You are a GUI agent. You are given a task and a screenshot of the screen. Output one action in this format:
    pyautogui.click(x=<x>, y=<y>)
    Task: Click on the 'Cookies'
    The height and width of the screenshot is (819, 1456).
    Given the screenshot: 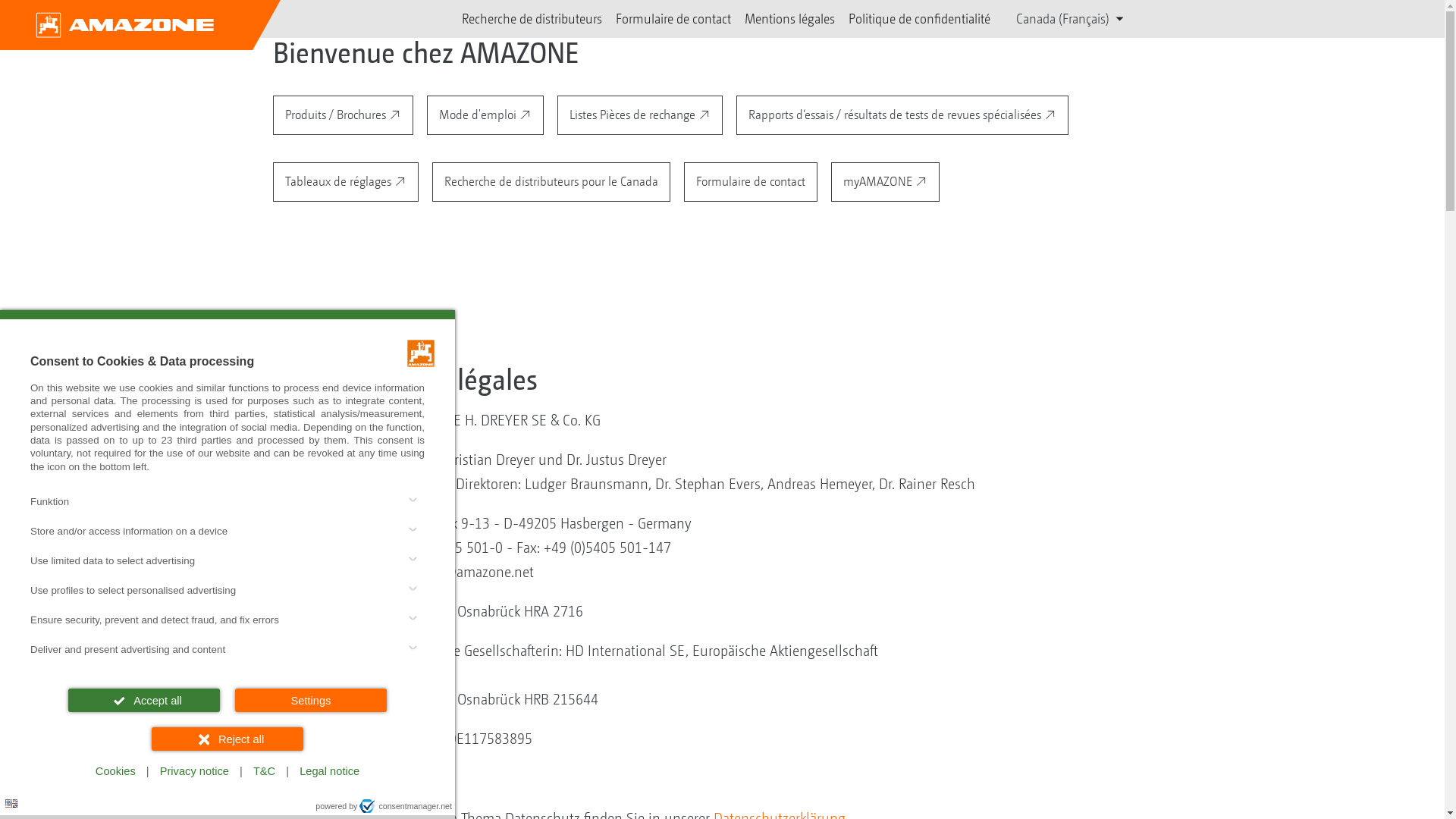 What is the action you would take?
    pyautogui.click(x=86, y=771)
    